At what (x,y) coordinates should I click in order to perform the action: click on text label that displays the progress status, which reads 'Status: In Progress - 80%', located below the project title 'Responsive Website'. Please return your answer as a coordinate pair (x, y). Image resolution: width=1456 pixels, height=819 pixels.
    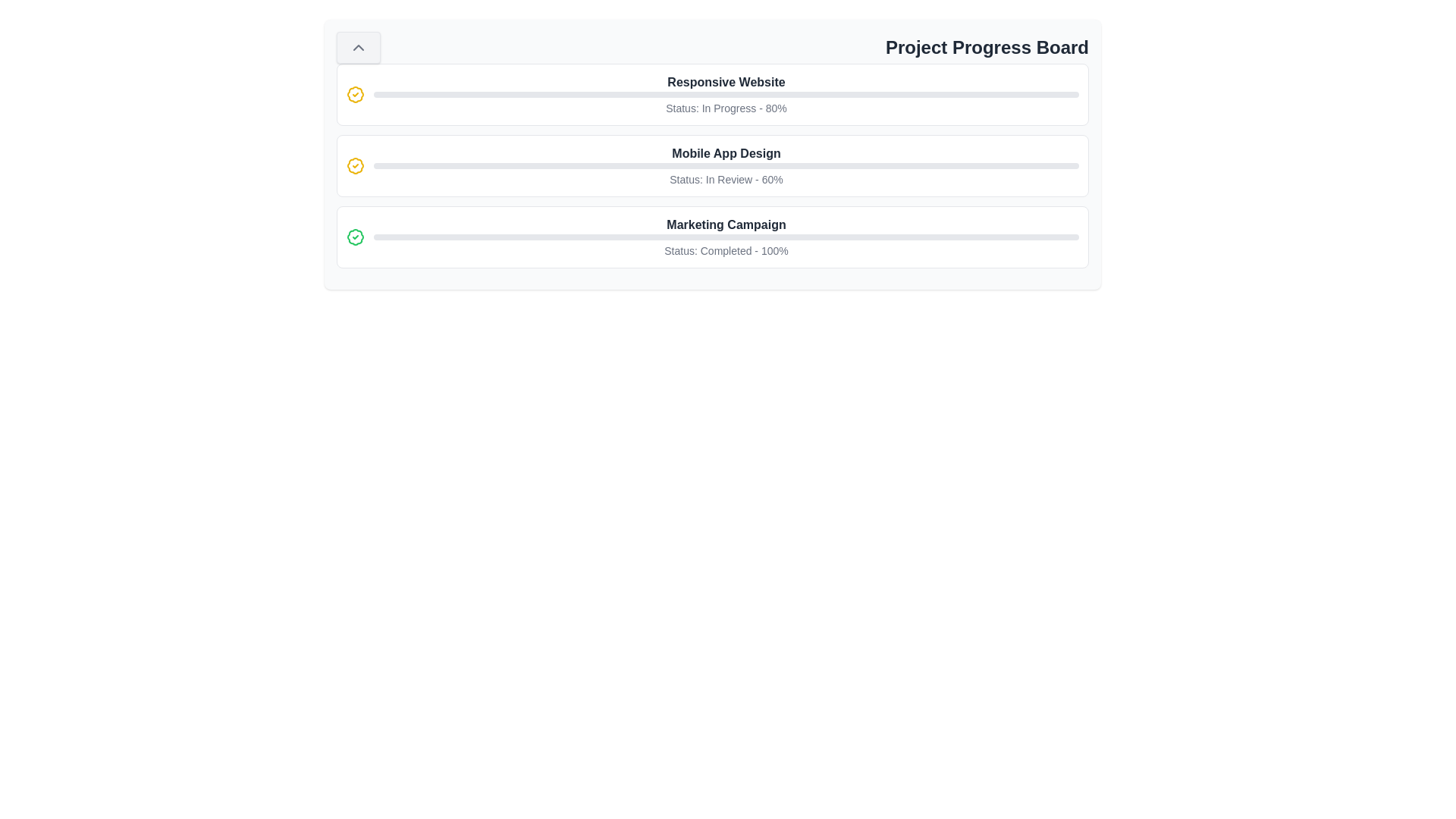
    Looking at the image, I should click on (726, 107).